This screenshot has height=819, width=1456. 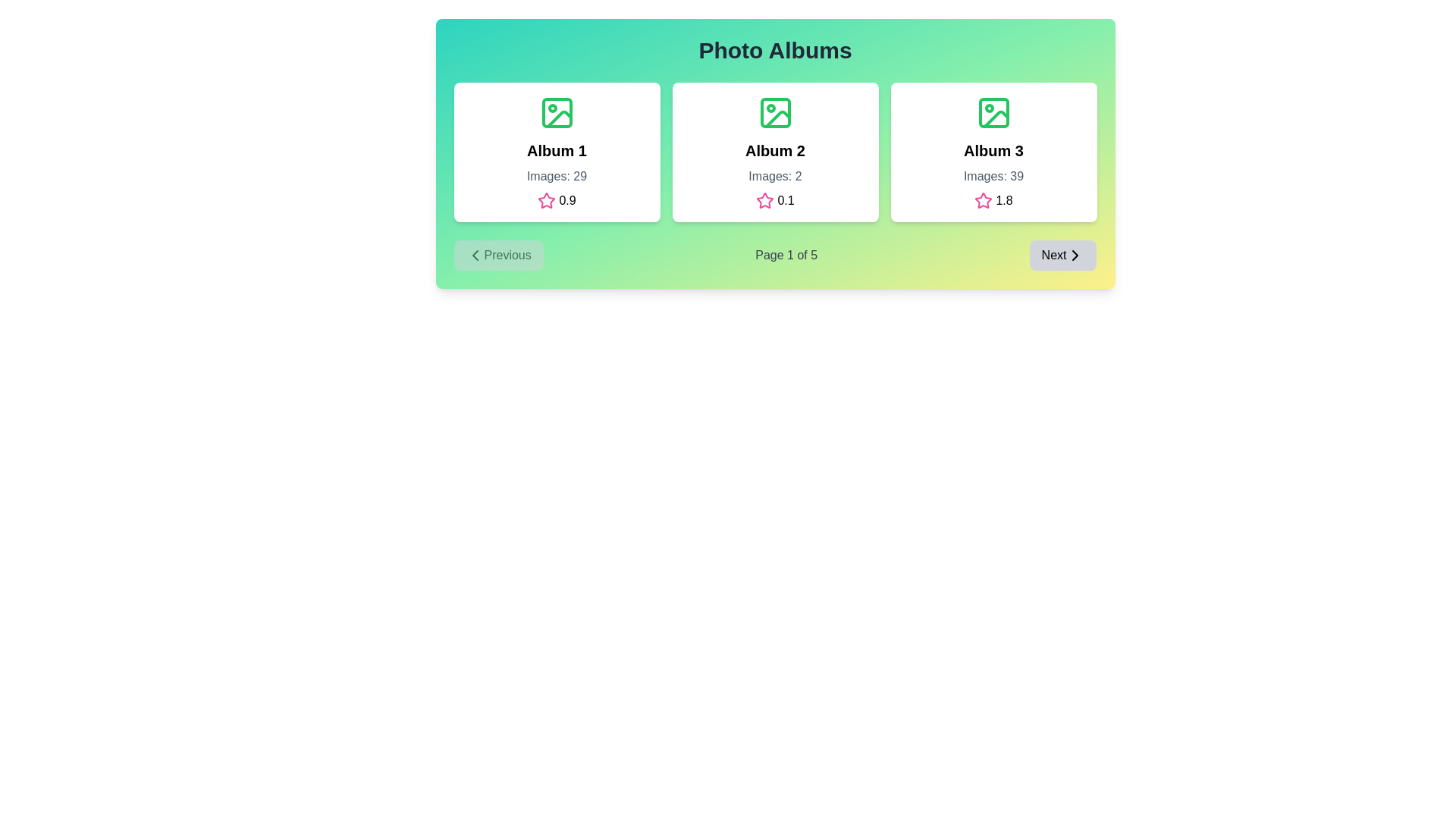 I want to click on the bold, large-sized text label displaying 'Album 2' located in the second card of the 'Photo Albums' section, positioned near the top center of its card, so click(x=775, y=151).